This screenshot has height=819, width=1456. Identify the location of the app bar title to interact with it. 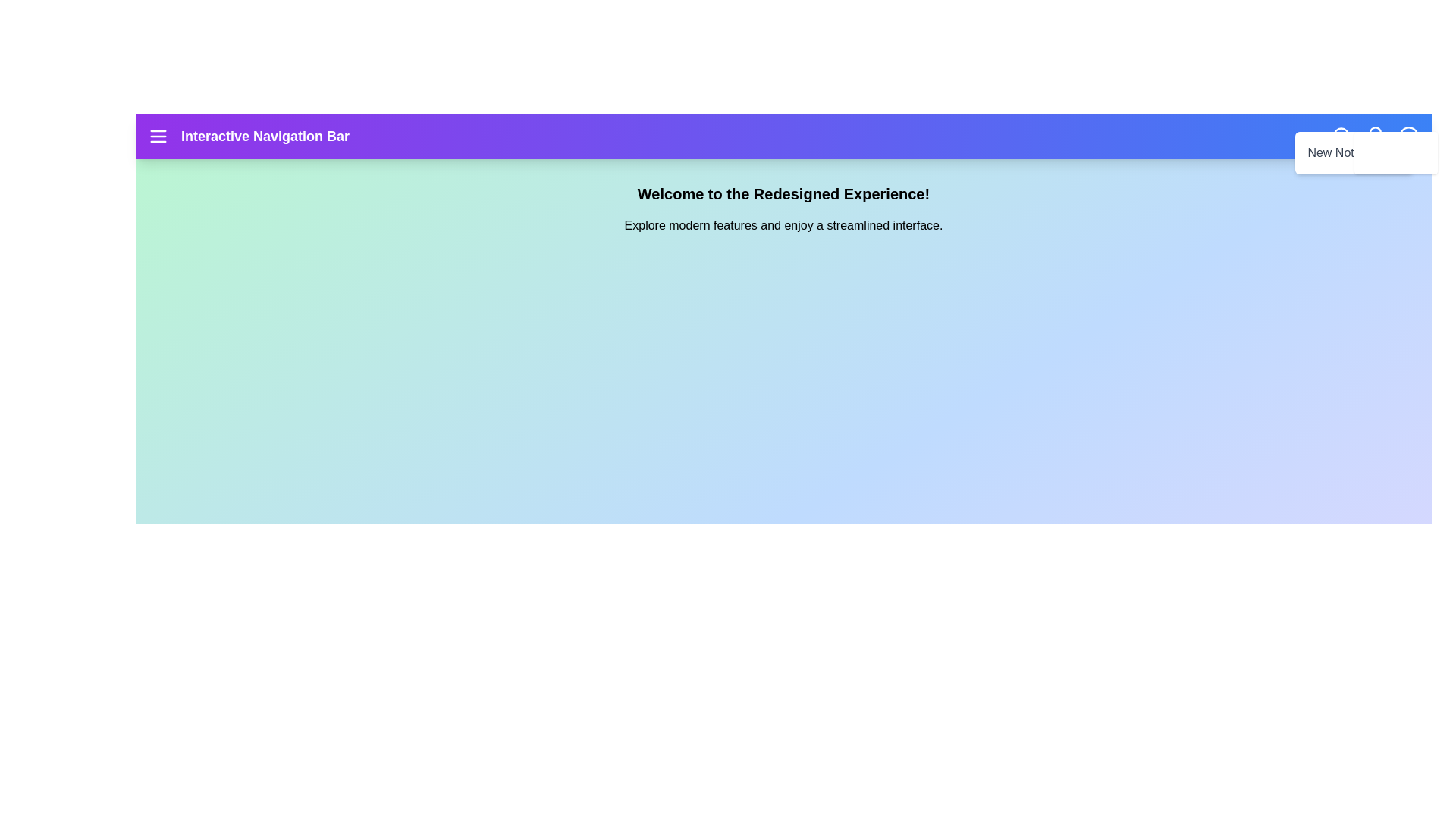
(265, 136).